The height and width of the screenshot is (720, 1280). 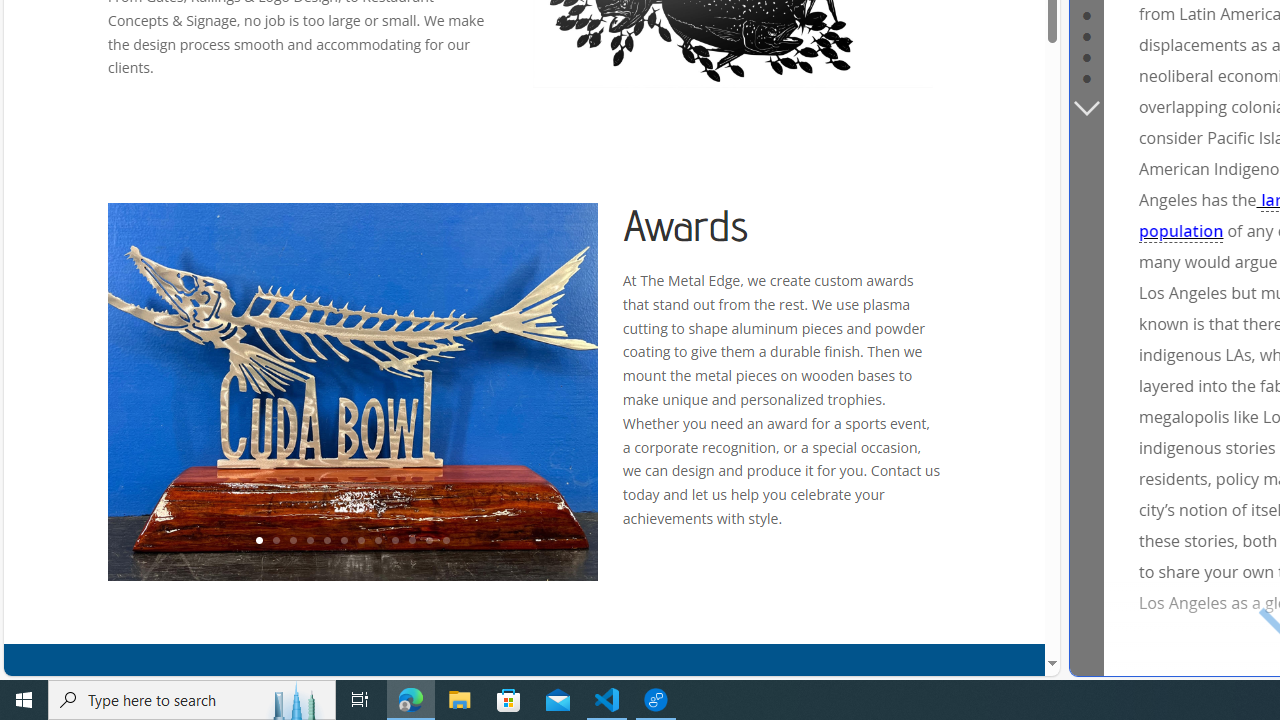 I want to click on '12', so click(x=445, y=541).